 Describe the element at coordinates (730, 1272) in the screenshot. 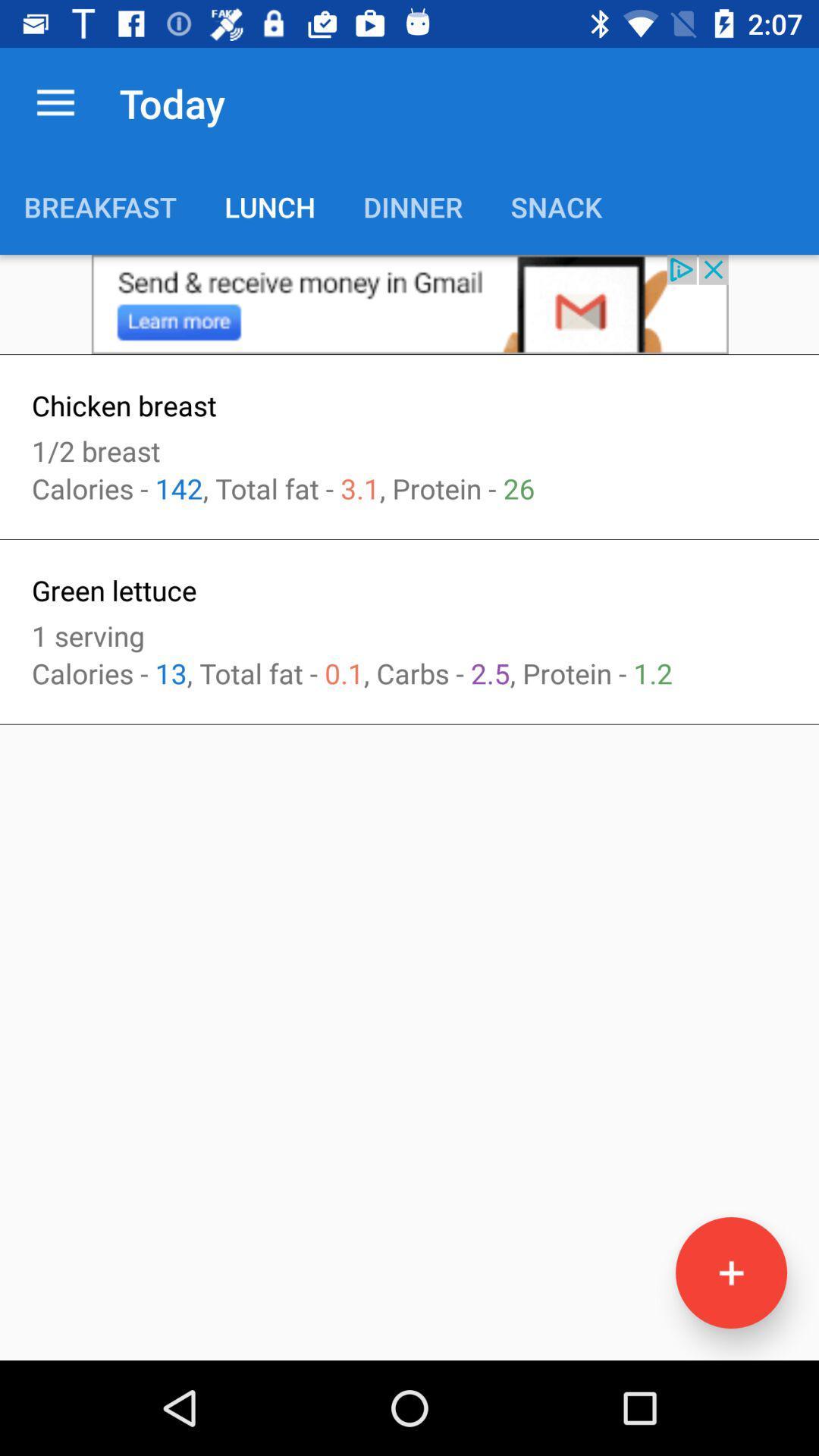

I see `food` at that location.